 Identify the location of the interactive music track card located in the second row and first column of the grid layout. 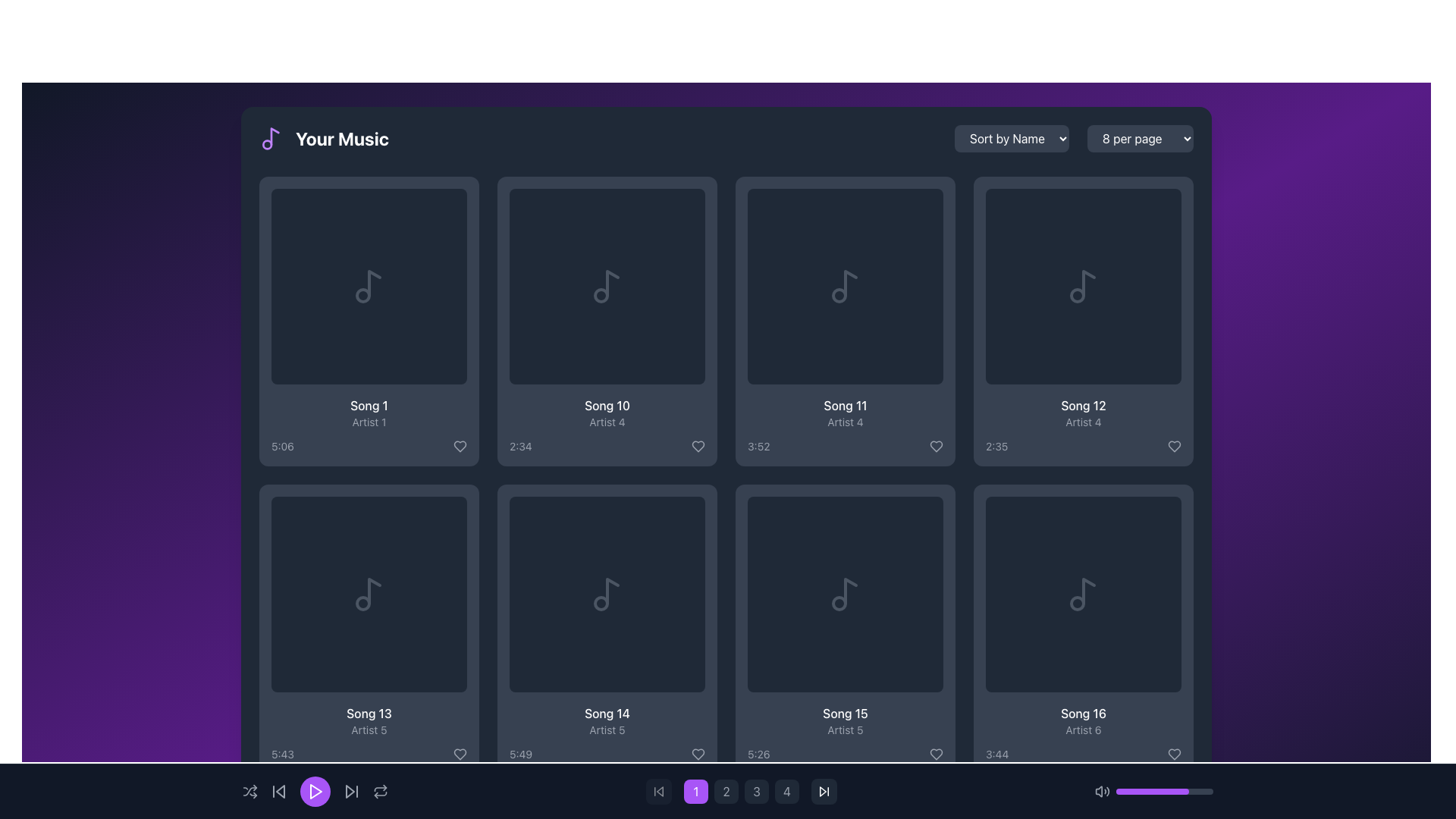
(369, 629).